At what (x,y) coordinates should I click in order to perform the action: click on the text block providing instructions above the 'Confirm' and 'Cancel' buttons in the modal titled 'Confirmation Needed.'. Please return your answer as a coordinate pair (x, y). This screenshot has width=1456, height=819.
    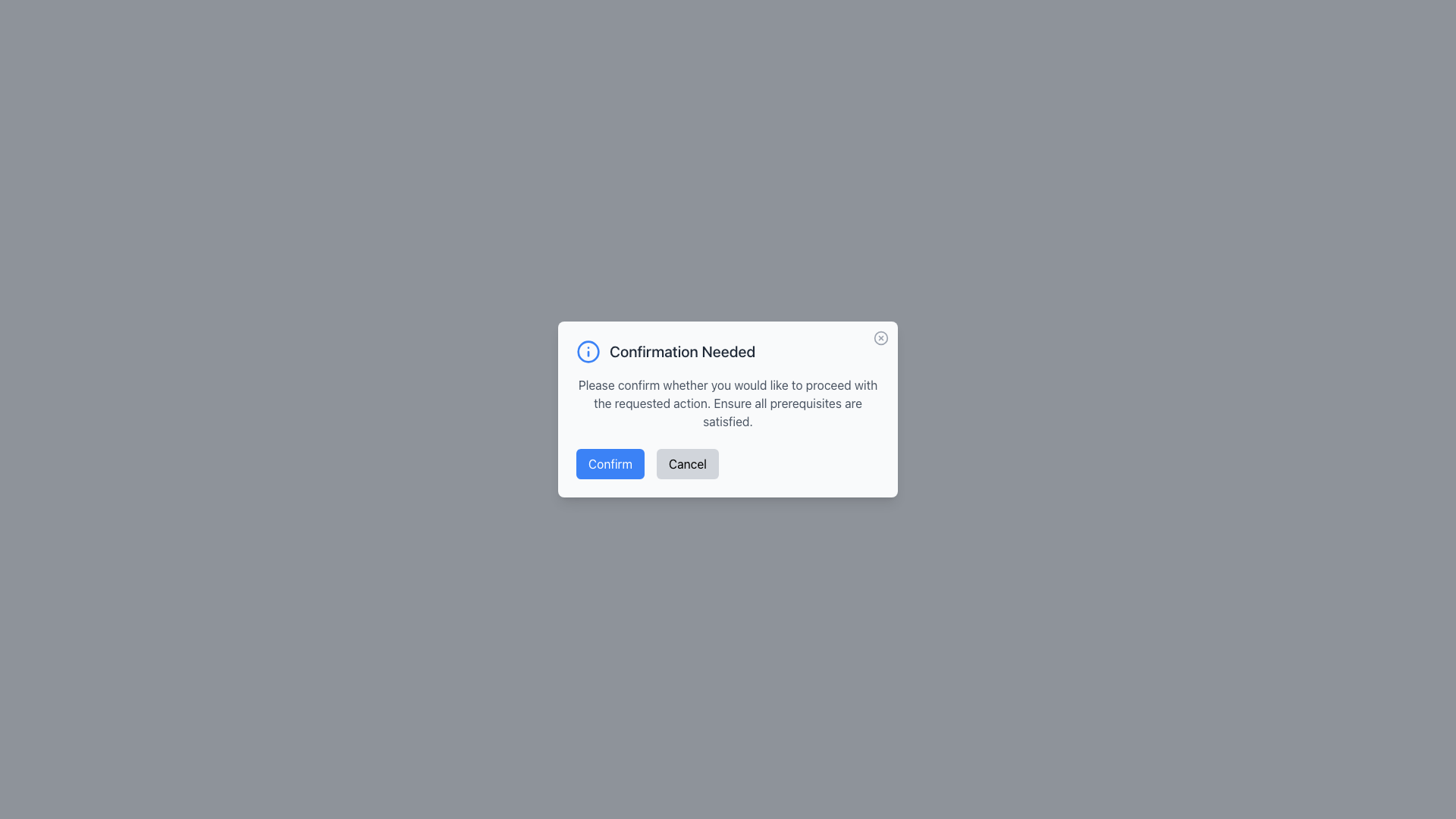
    Looking at the image, I should click on (728, 403).